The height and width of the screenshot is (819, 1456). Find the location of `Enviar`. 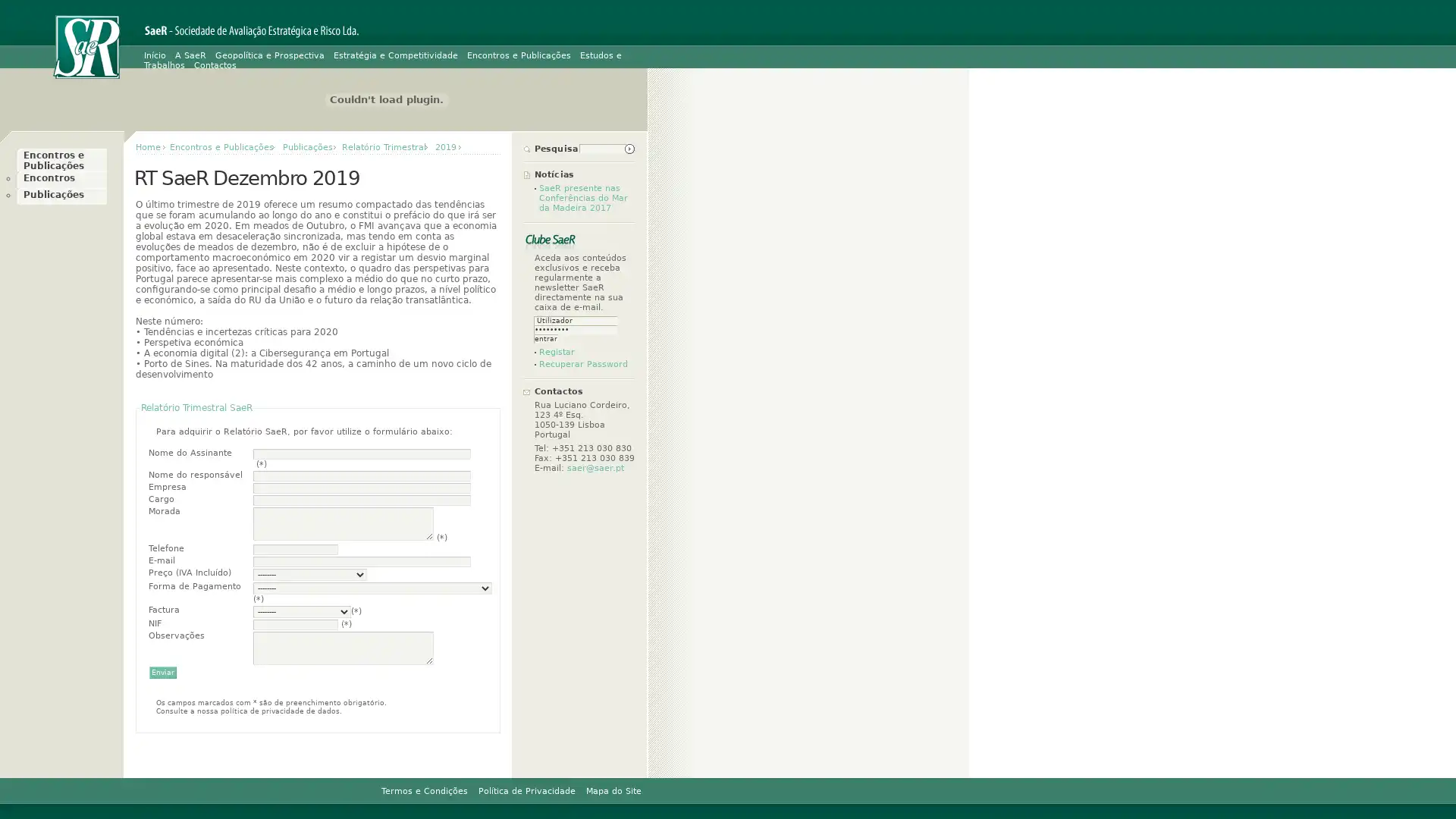

Enviar is located at coordinates (163, 672).